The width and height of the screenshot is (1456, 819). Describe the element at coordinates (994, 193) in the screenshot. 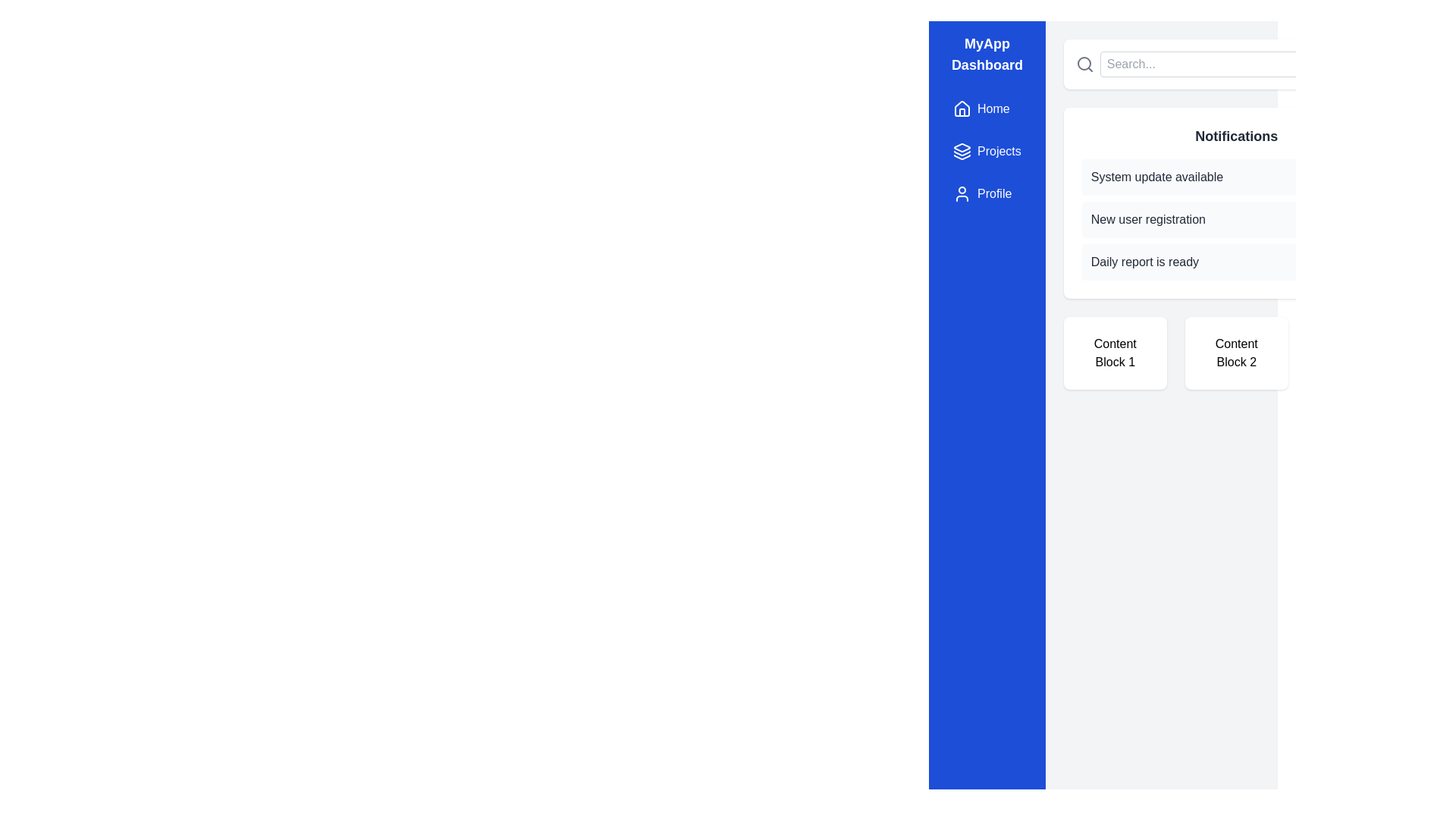

I see `the 'Profile' navigational label in the vertical navigation menu` at that location.